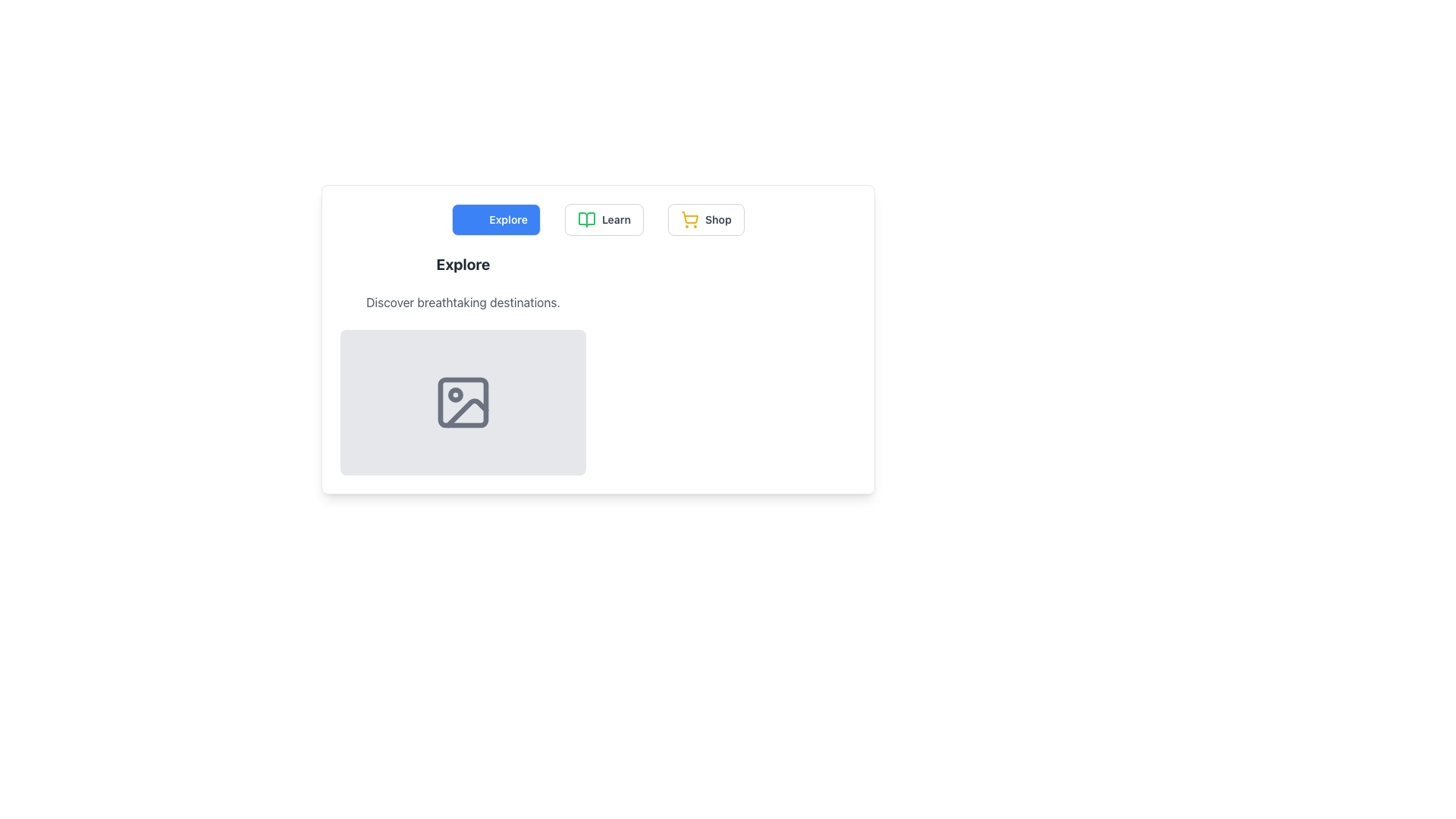  Describe the element at coordinates (454, 394) in the screenshot. I see `the Decorative Dot located in the upper-left section of the illustrative SVG graphic, which serves a visual role within the graphic` at that location.